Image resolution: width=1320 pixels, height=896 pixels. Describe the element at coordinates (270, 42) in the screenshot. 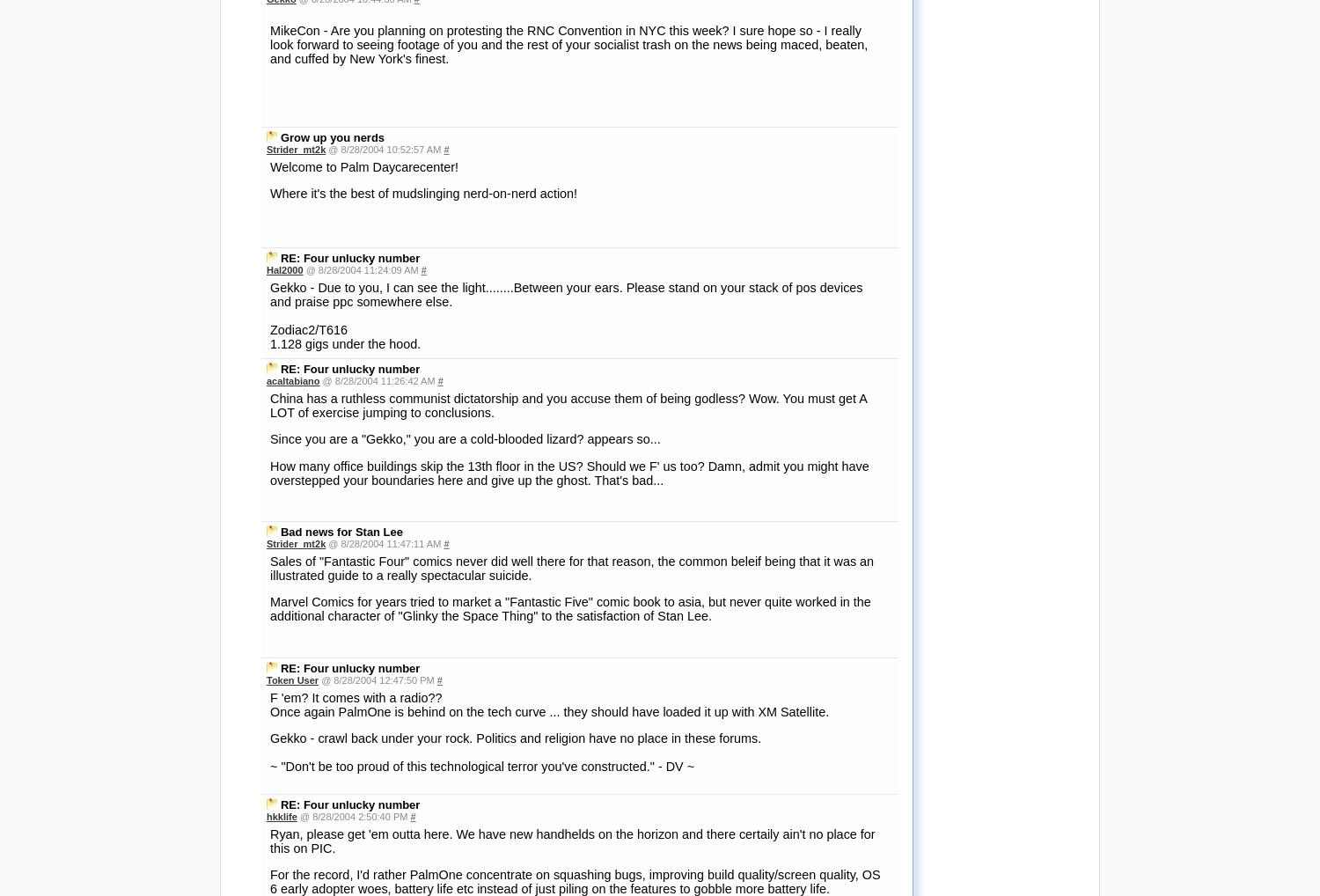

I see `'MikeCon - Are you planning on protesting the RNC Convention in NYC this week?  I sure hope so - I really look forward to seeing footage of you and the rest of your socialist trash on the news being maced, beaten, and cuffed by New York's finest.'` at that location.